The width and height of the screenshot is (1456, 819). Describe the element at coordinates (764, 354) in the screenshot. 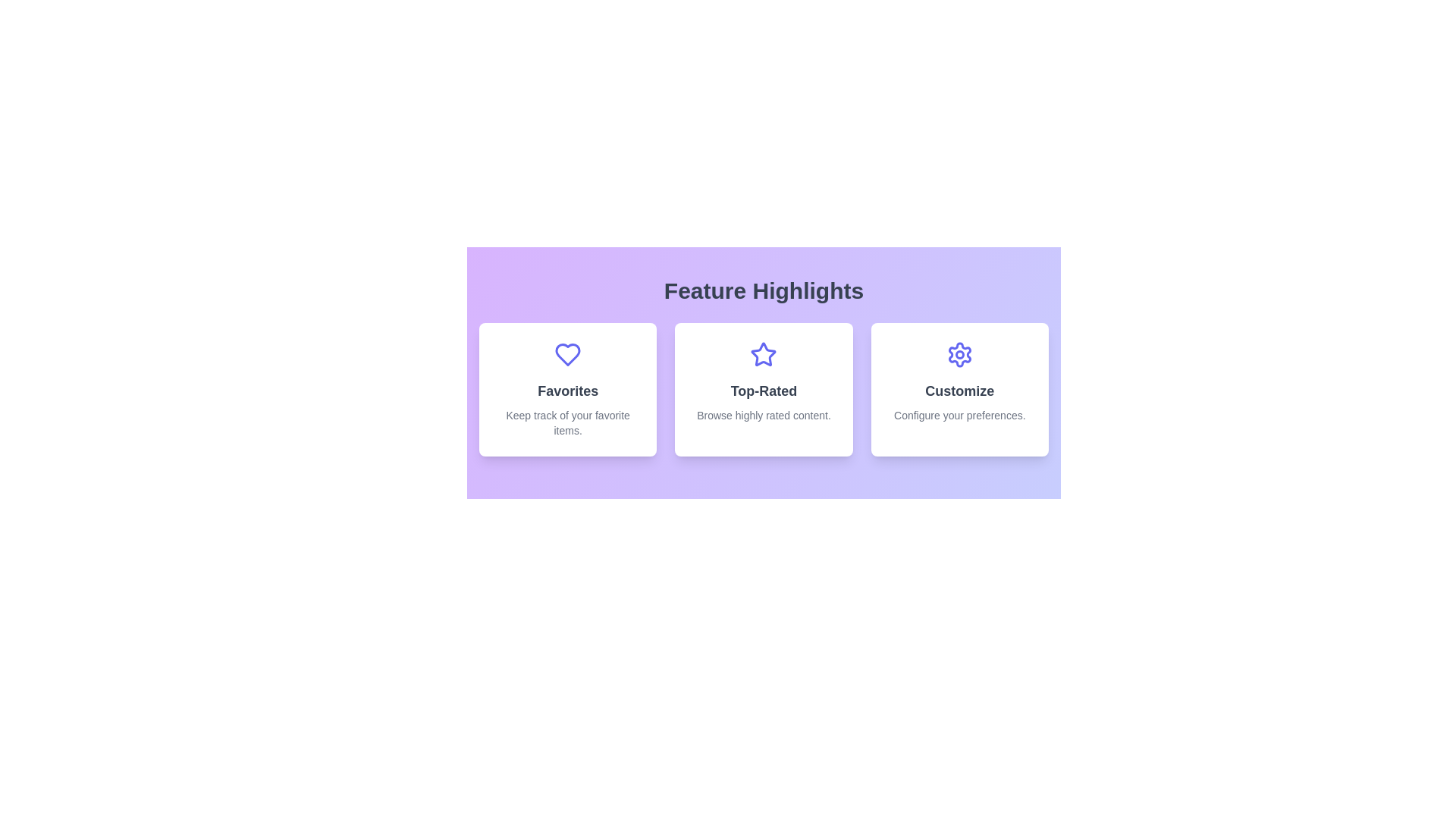

I see `the indigo star-shaped icon located in the second card with the heading 'Top-Rated' and descriptive text 'Browse highly rated content.'` at that location.